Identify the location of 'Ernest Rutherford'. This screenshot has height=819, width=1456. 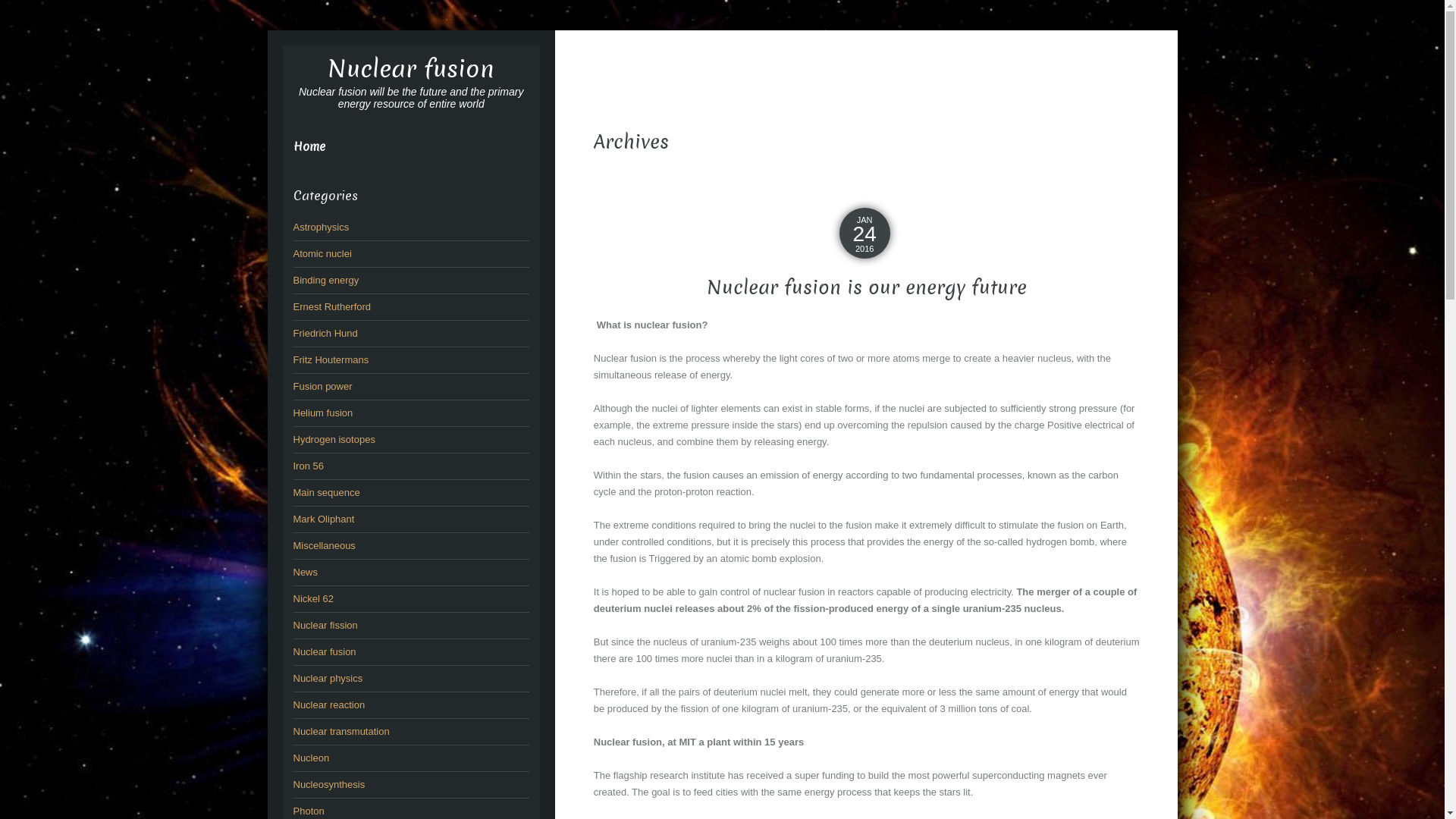
(331, 306).